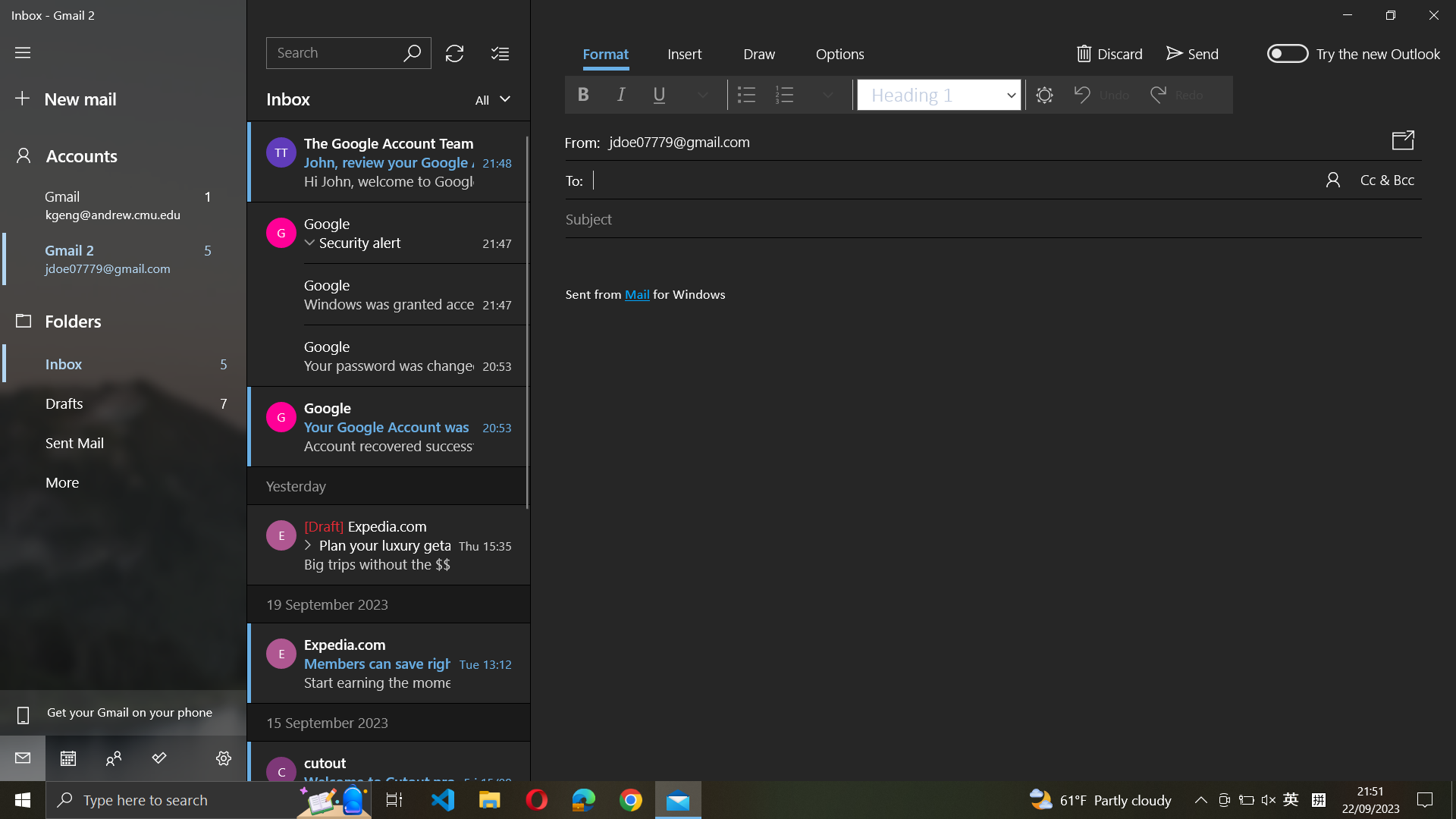  What do you see at coordinates (582, 93) in the screenshot?
I see `Switch the text to bold` at bounding box center [582, 93].